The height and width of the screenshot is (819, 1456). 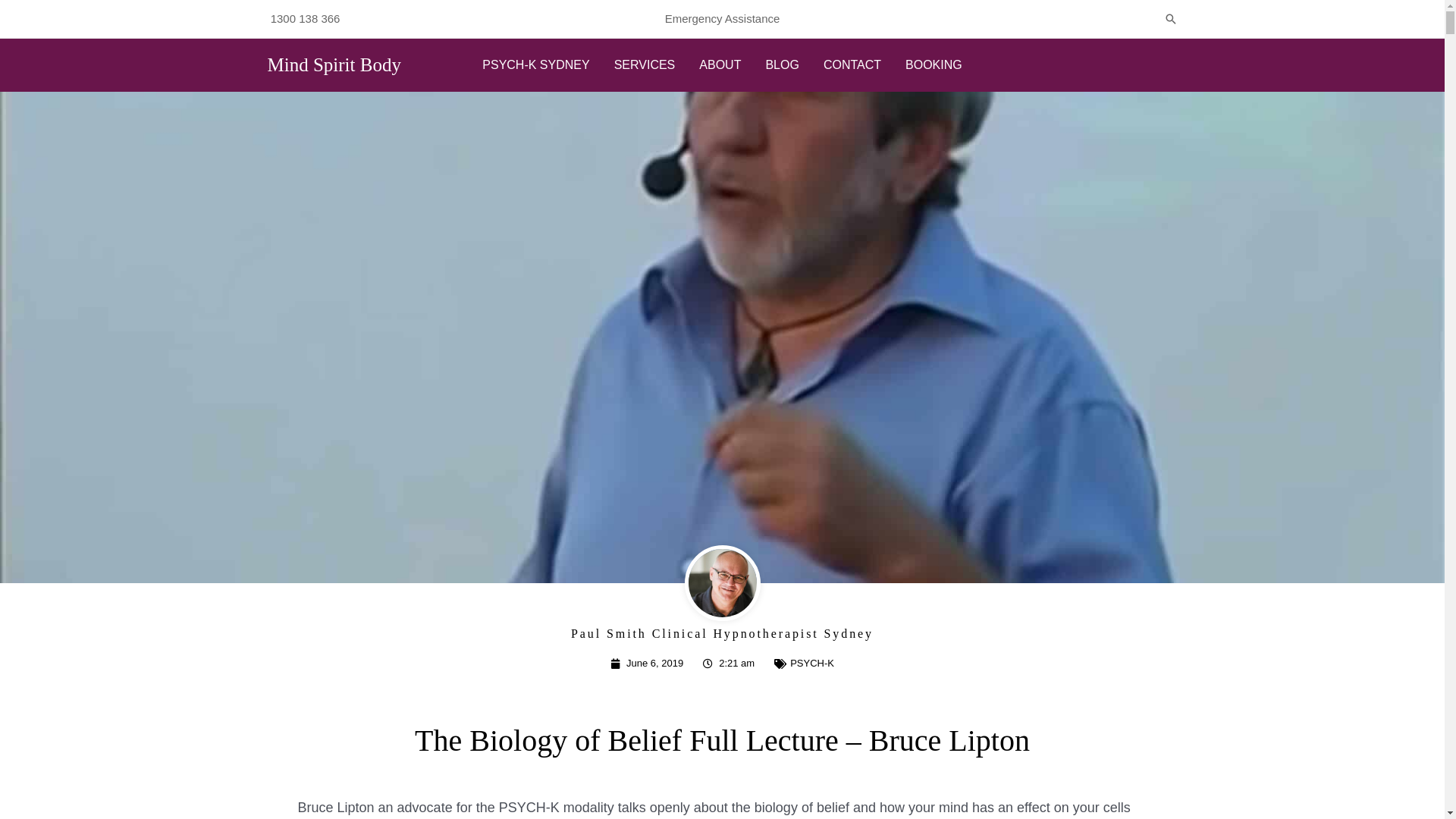 What do you see at coordinates (305, 18) in the screenshot?
I see `'1300 138 366'` at bounding box center [305, 18].